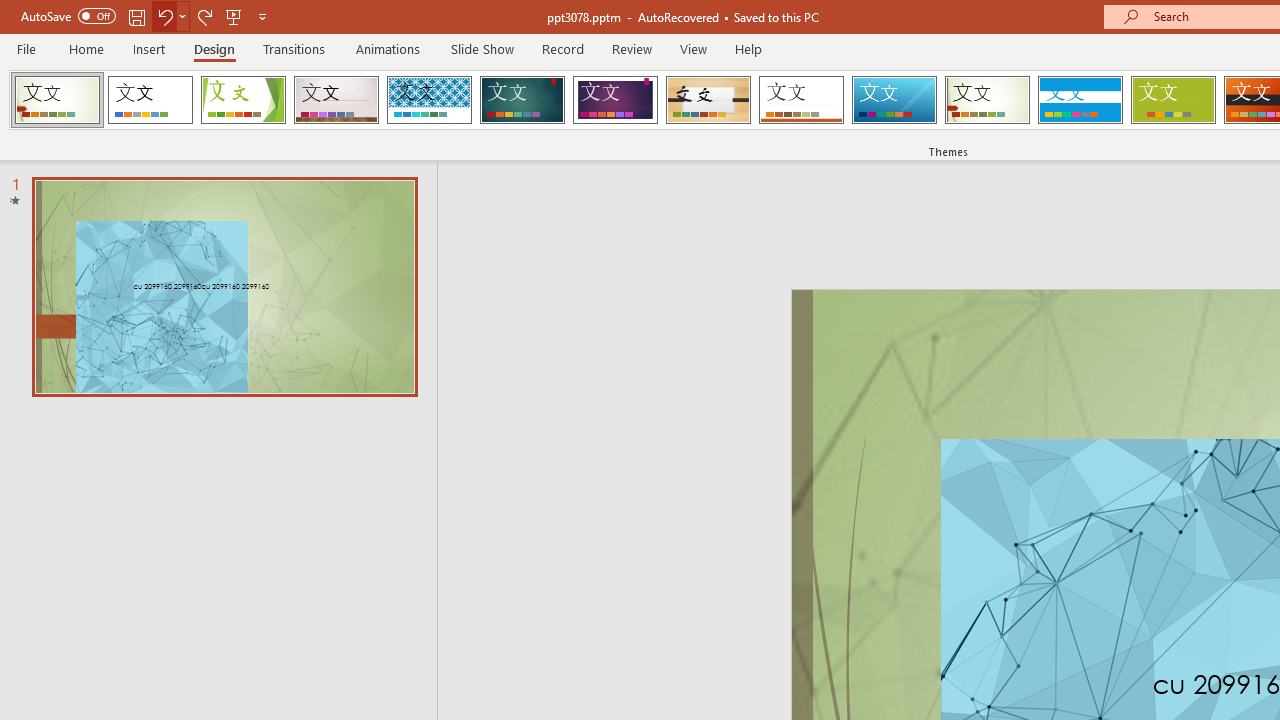  Describe the element at coordinates (801, 100) in the screenshot. I see `'Retrospect'` at that location.